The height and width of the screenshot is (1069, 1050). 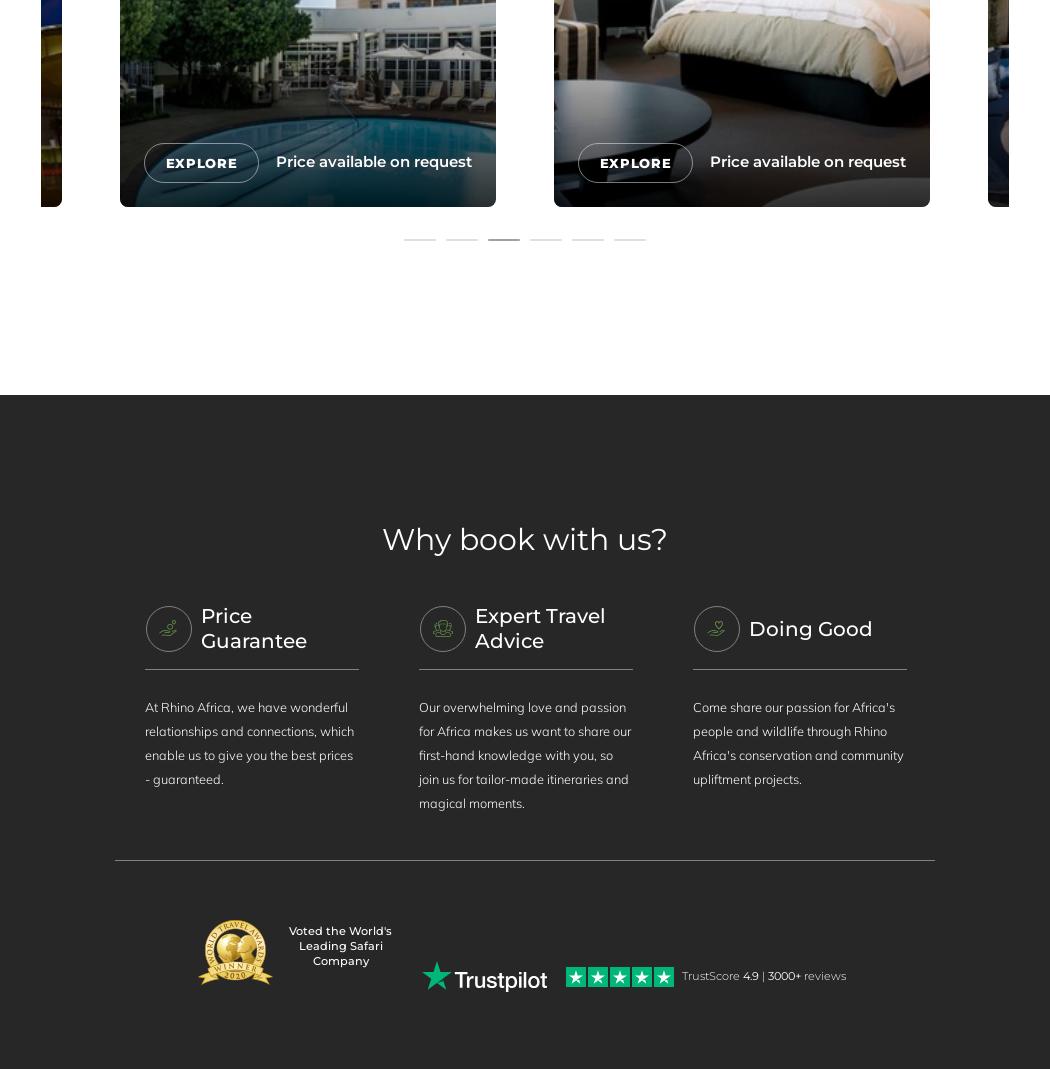 What do you see at coordinates (808, 628) in the screenshot?
I see `'Doing Good'` at bounding box center [808, 628].